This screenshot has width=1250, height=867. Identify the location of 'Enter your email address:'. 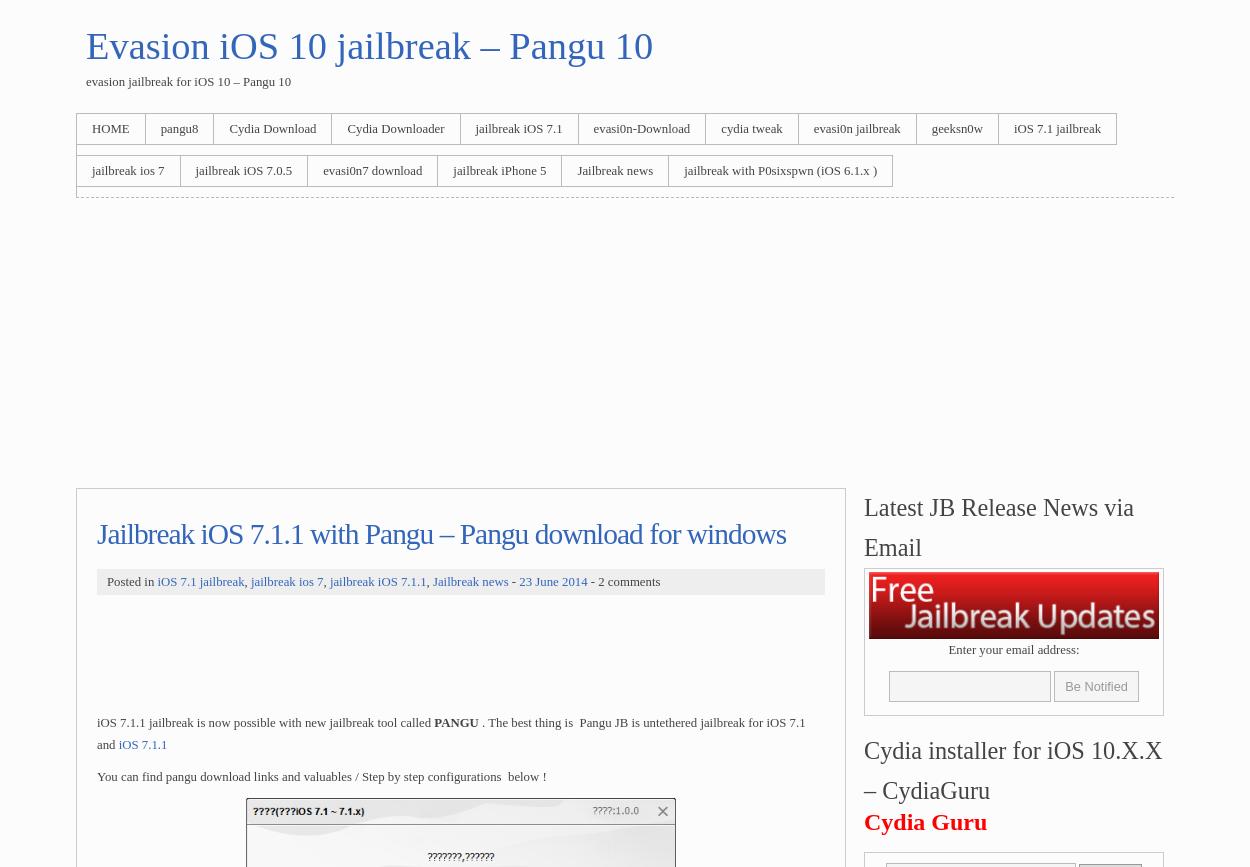
(947, 648).